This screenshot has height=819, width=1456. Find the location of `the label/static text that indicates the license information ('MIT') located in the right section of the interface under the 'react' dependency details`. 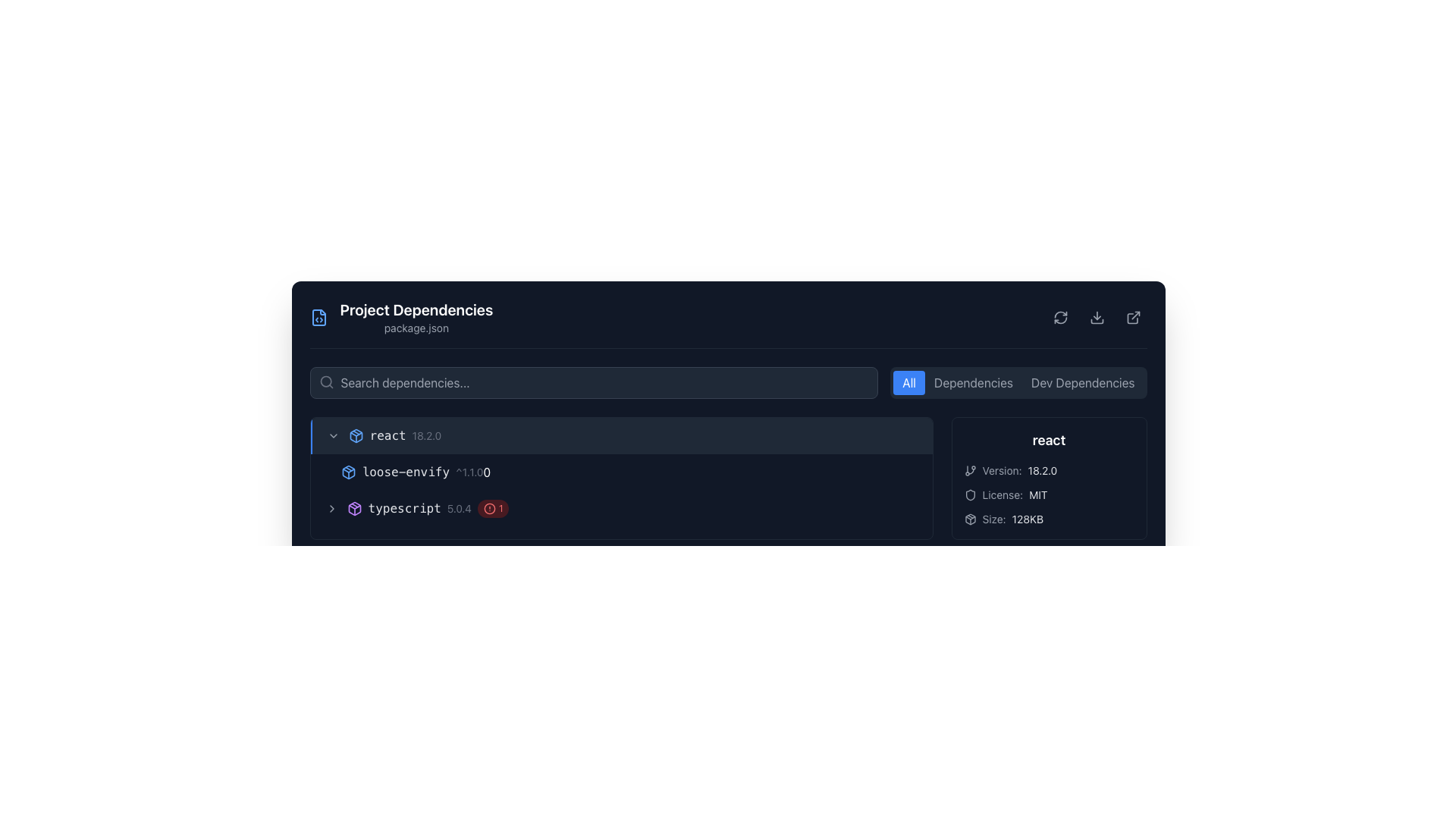

the label/static text that indicates the license information ('MIT') located in the right section of the interface under the 'react' dependency details is located at coordinates (1003, 494).